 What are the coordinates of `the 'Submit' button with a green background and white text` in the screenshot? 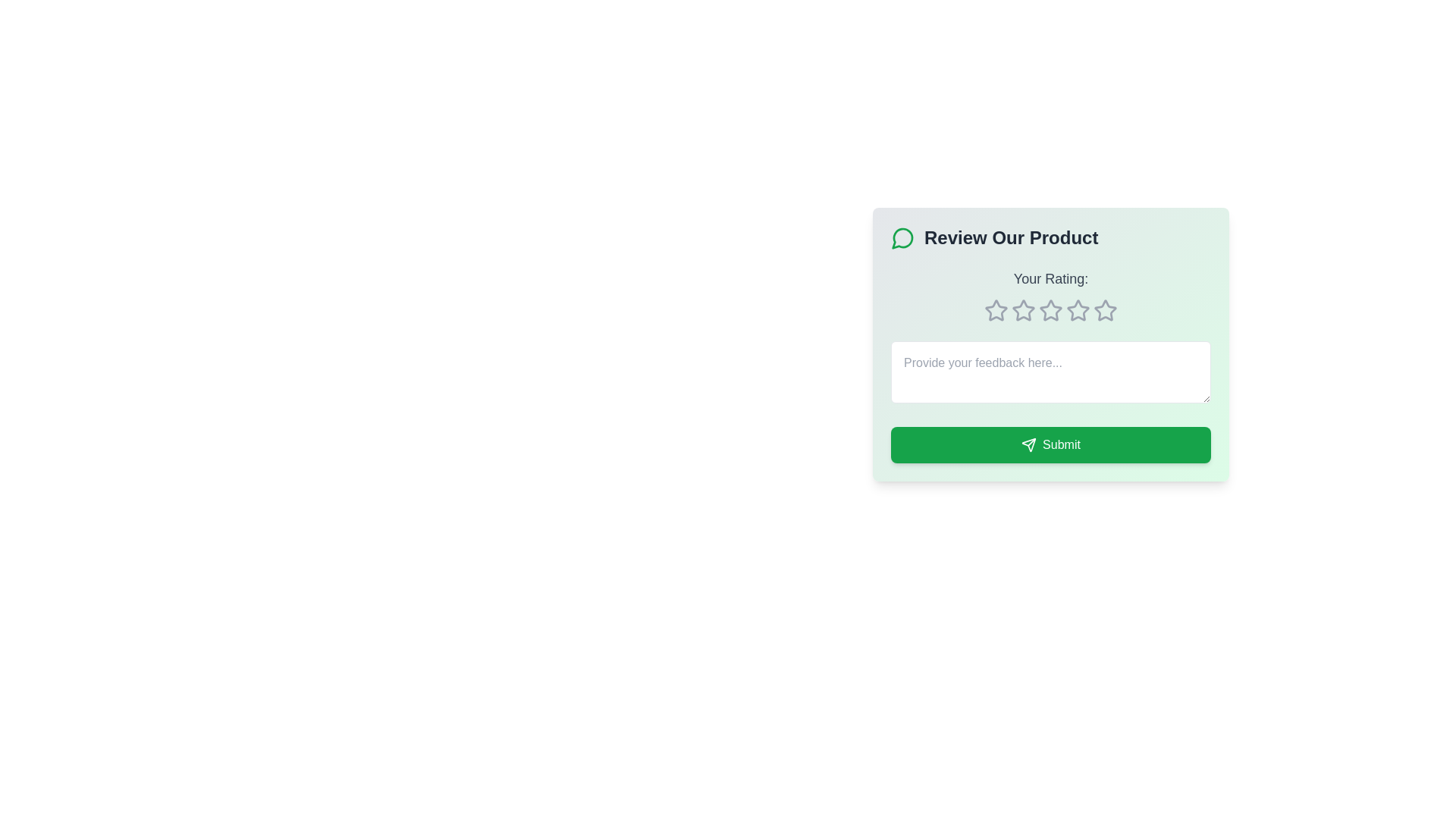 It's located at (1050, 444).